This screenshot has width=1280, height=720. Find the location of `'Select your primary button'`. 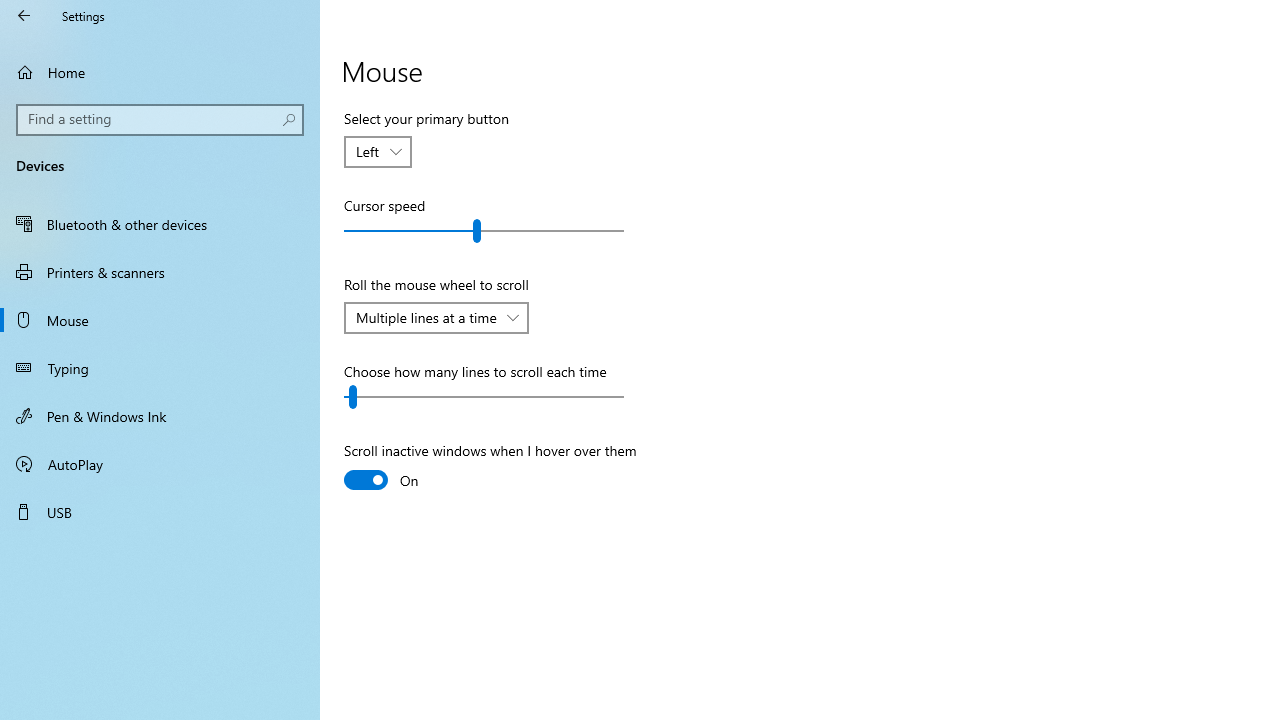

'Select your primary button' is located at coordinates (378, 150).